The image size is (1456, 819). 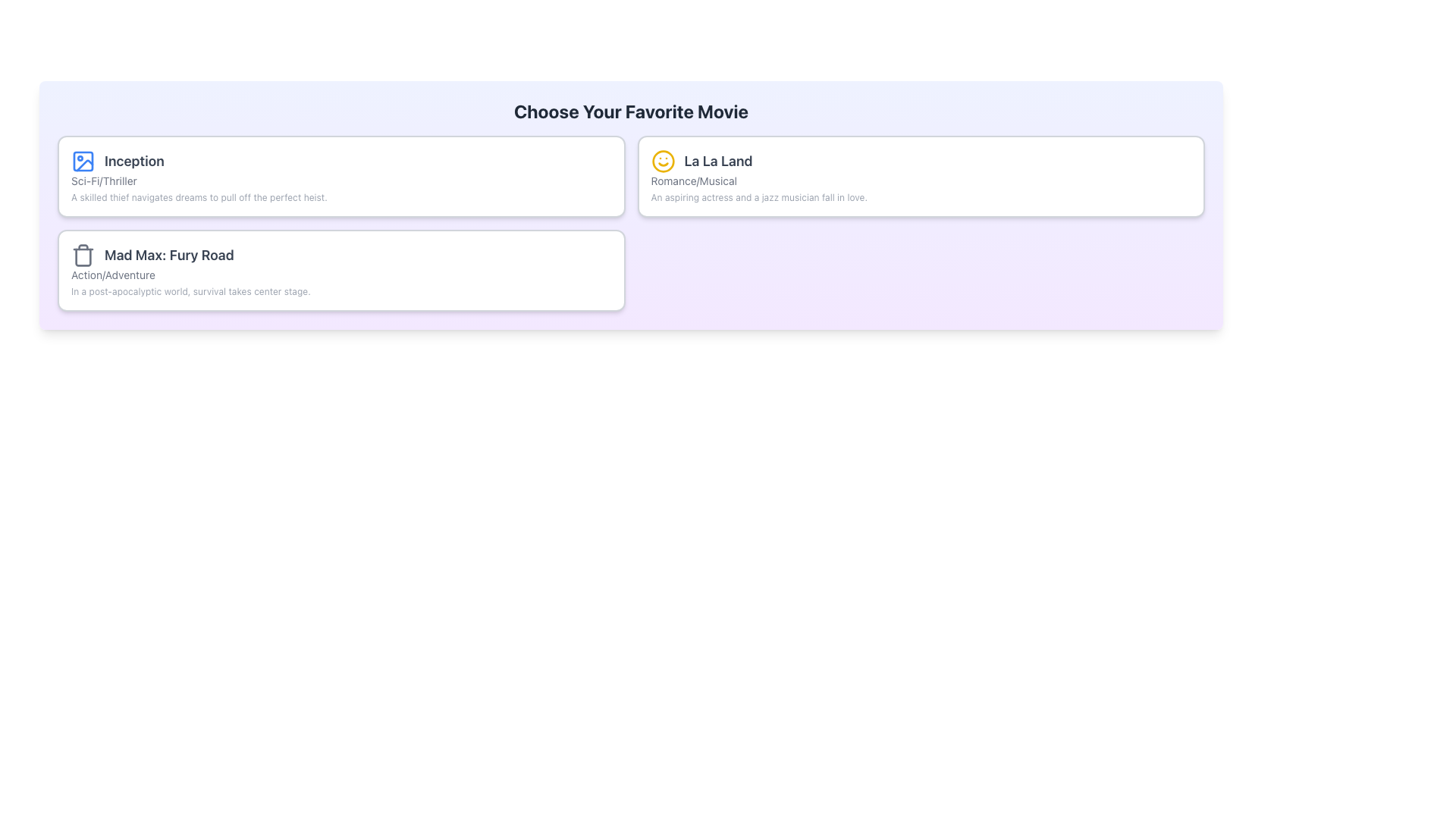 What do you see at coordinates (83, 161) in the screenshot?
I see `the minimalist landscape icon with a blue outline located to the left of the text 'Inception'` at bounding box center [83, 161].